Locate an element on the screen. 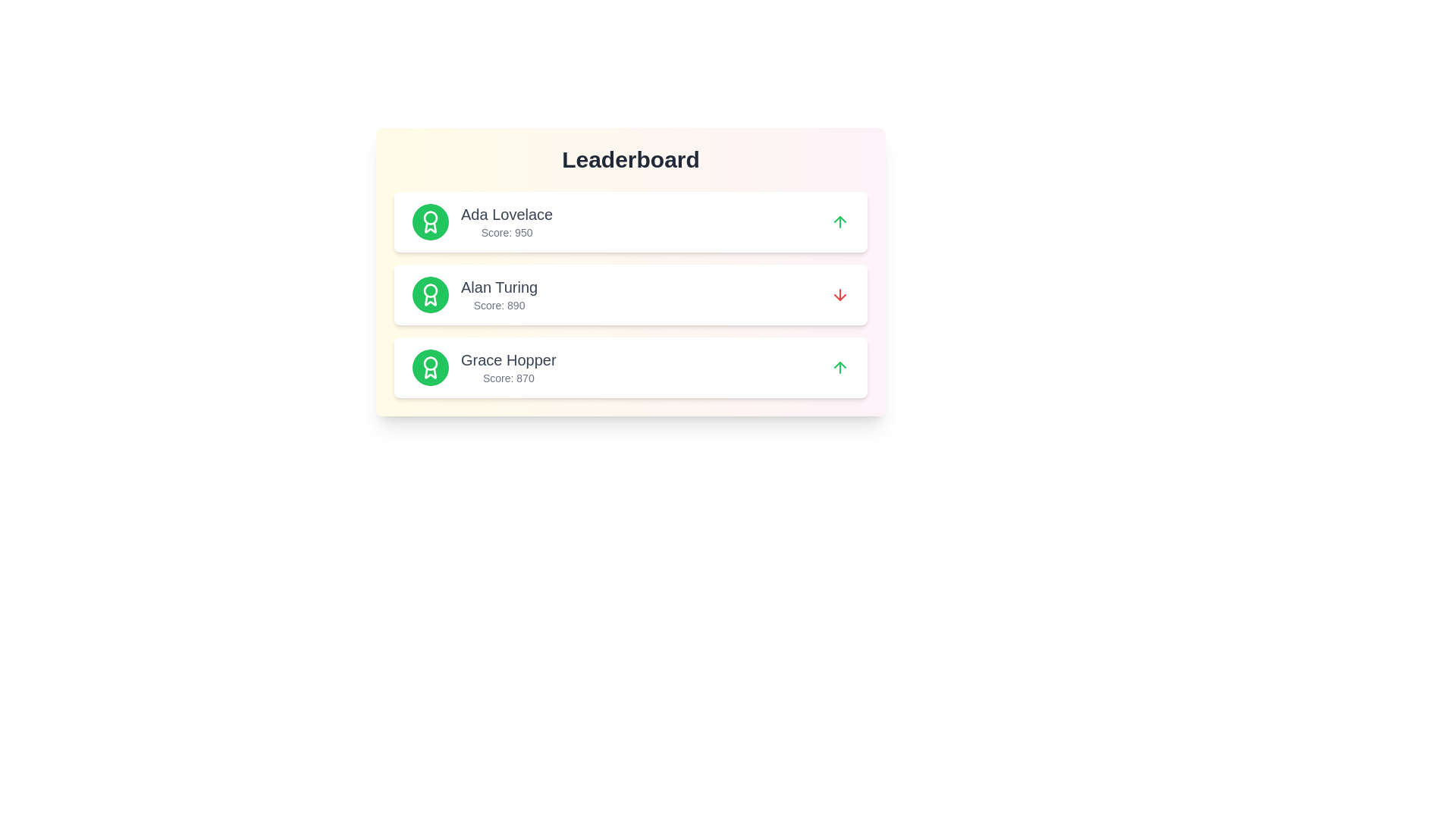 This screenshot has height=819, width=1456. the text of the leaderboard entry for Ada Lovelace is located at coordinates (630, 222).